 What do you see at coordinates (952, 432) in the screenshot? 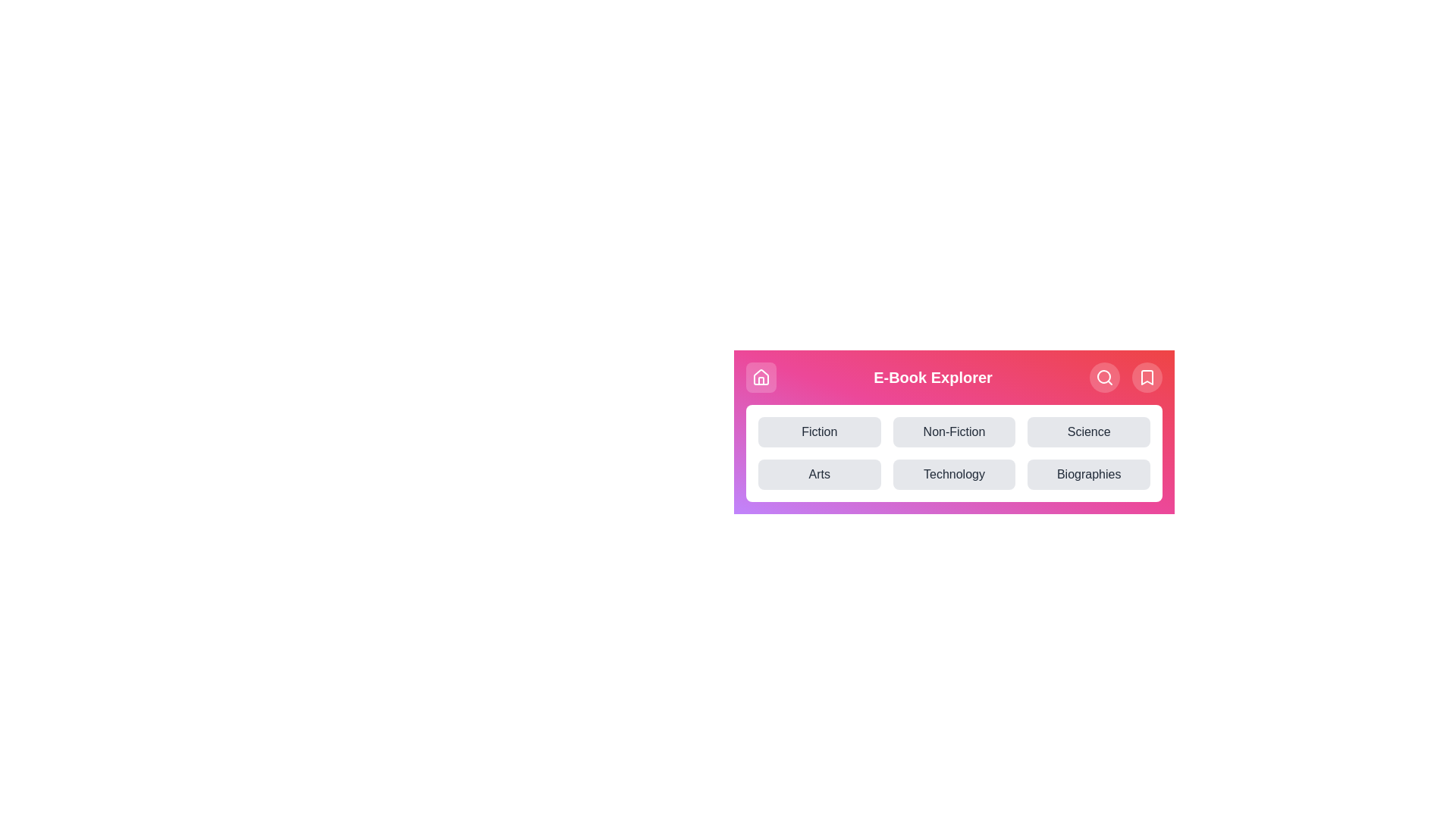
I see `the category button labeled Non-Fiction` at bounding box center [952, 432].